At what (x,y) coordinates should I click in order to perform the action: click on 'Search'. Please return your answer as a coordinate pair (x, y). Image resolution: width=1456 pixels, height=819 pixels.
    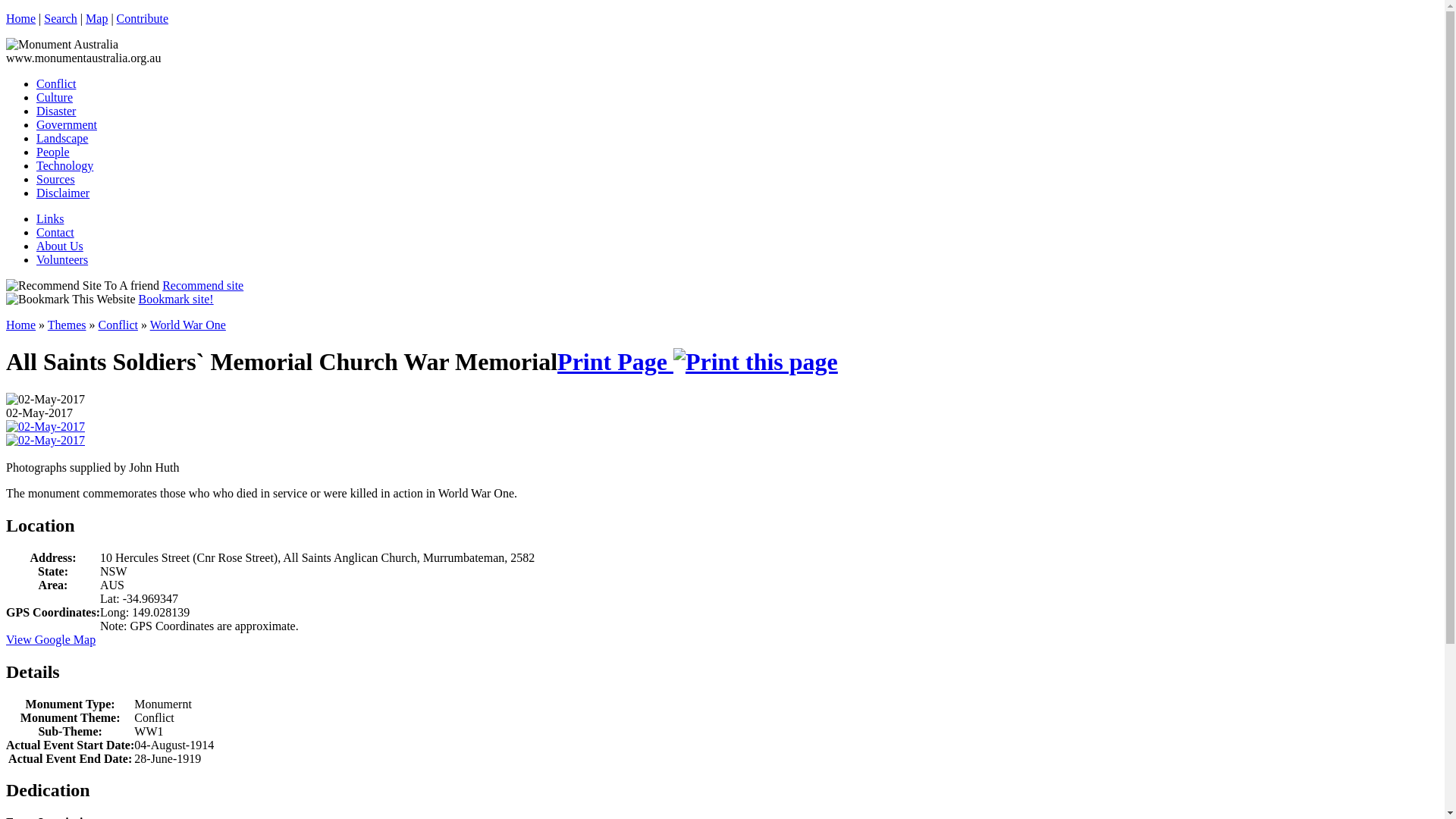
    Looking at the image, I should click on (61, 18).